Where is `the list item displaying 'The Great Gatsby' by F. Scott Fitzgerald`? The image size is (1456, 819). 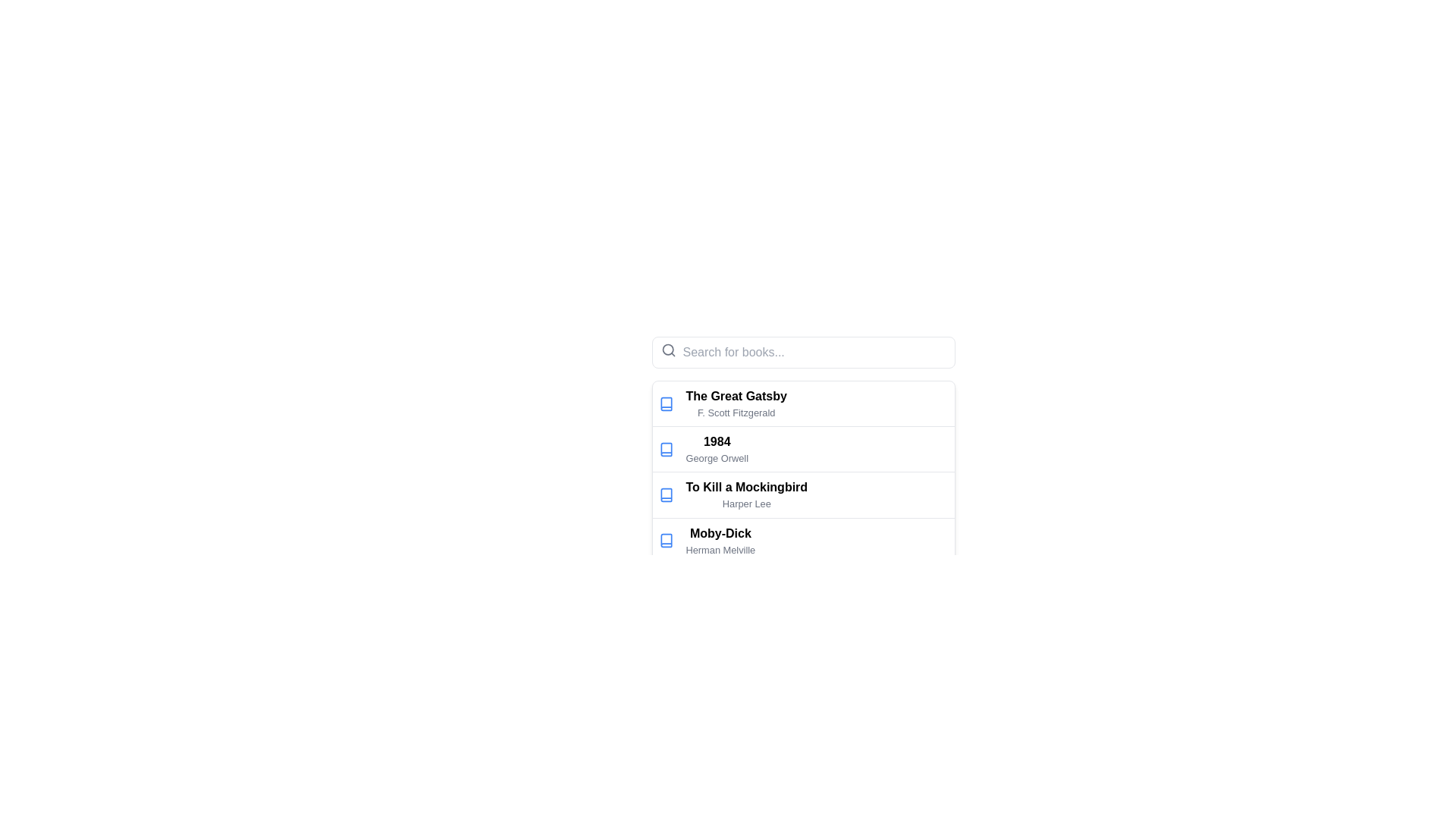
the list item displaying 'The Great Gatsby' by F. Scott Fitzgerald is located at coordinates (736, 403).